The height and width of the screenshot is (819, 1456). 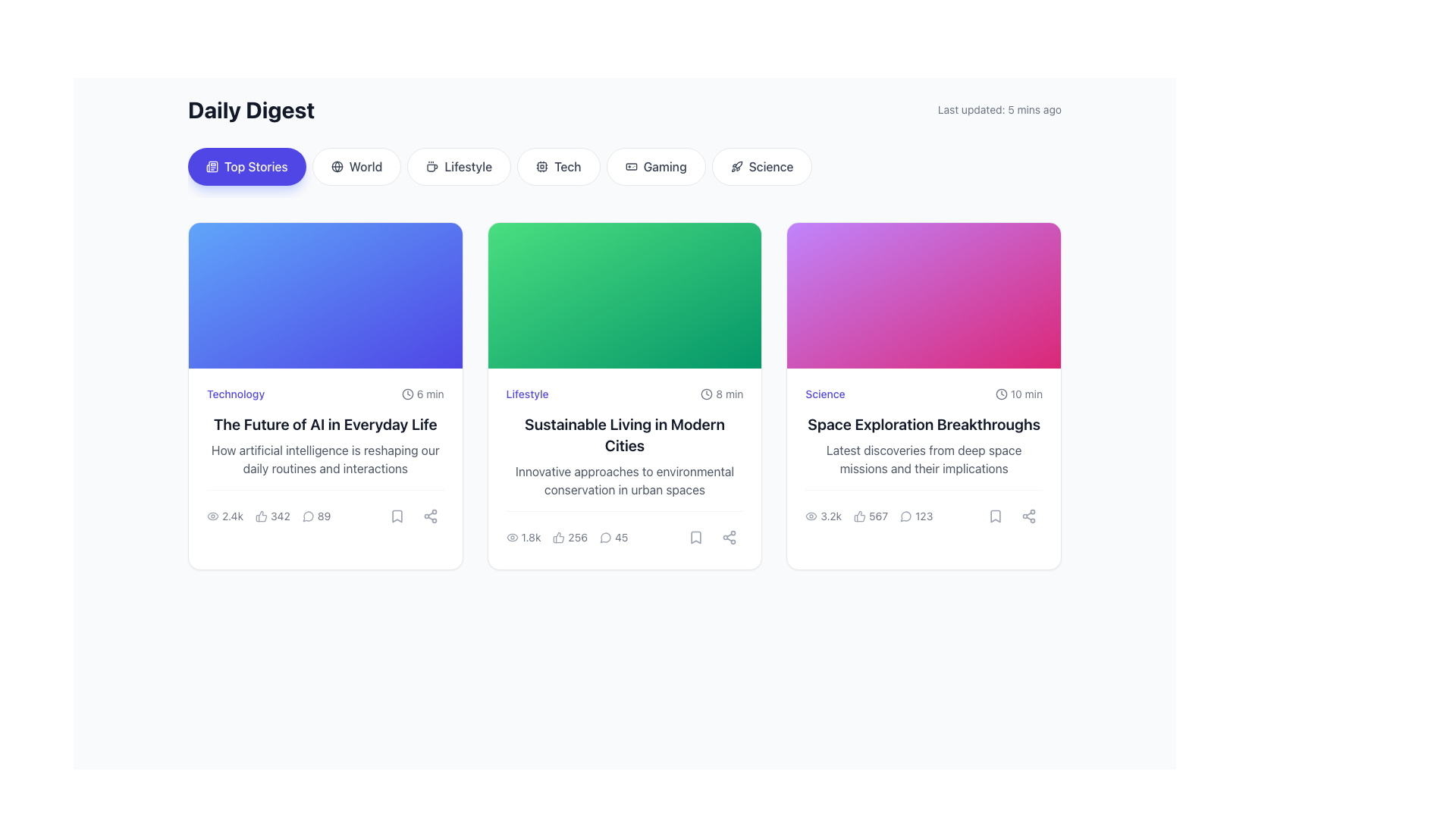 I want to click on the newspaper icon located within the 'Top Stories' button, which has a purple background and rounded edges, as a decorative item, so click(x=211, y=166).